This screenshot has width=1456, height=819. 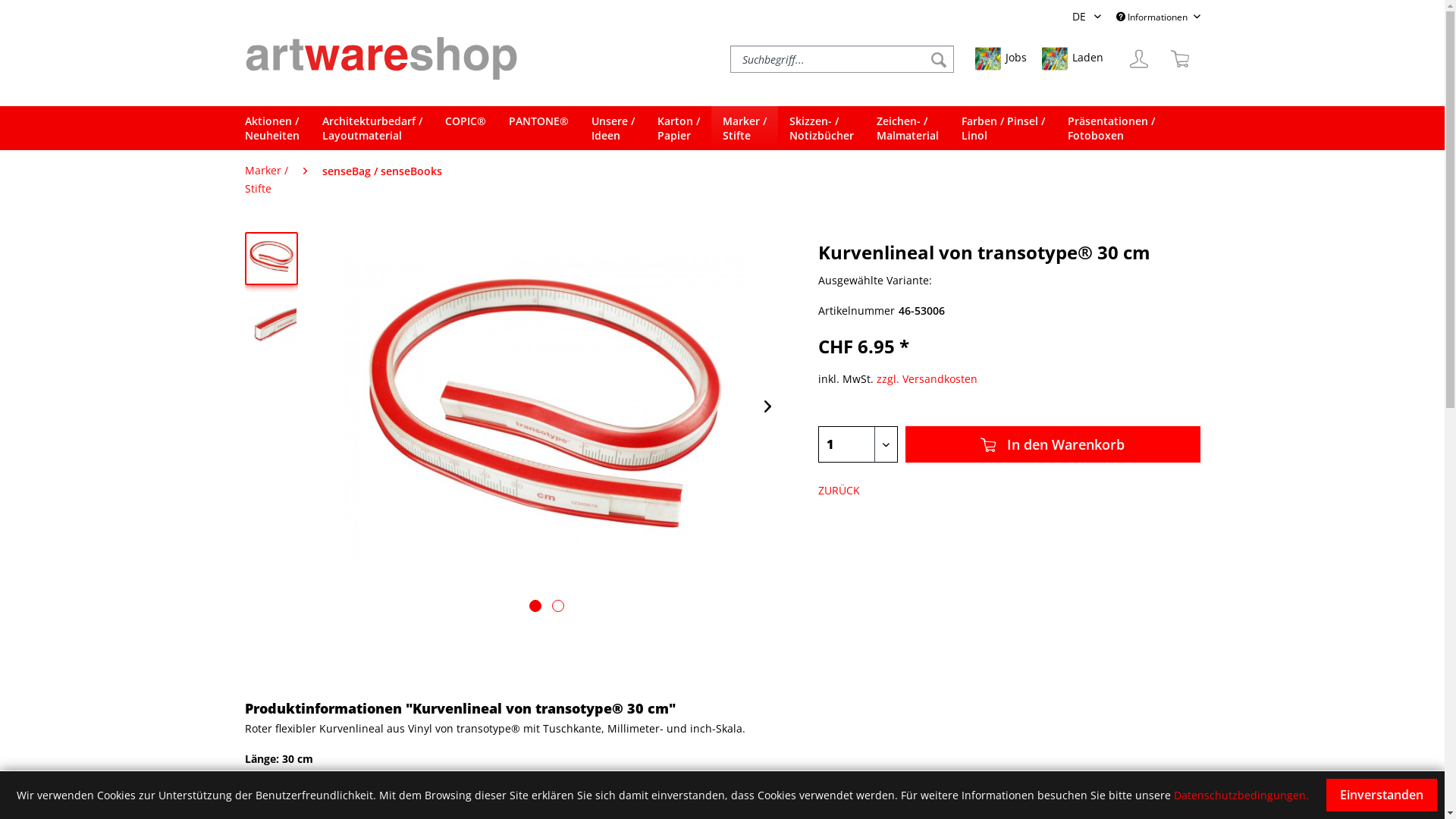 I want to click on 'Architekturbedarf /, so click(x=372, y=127).